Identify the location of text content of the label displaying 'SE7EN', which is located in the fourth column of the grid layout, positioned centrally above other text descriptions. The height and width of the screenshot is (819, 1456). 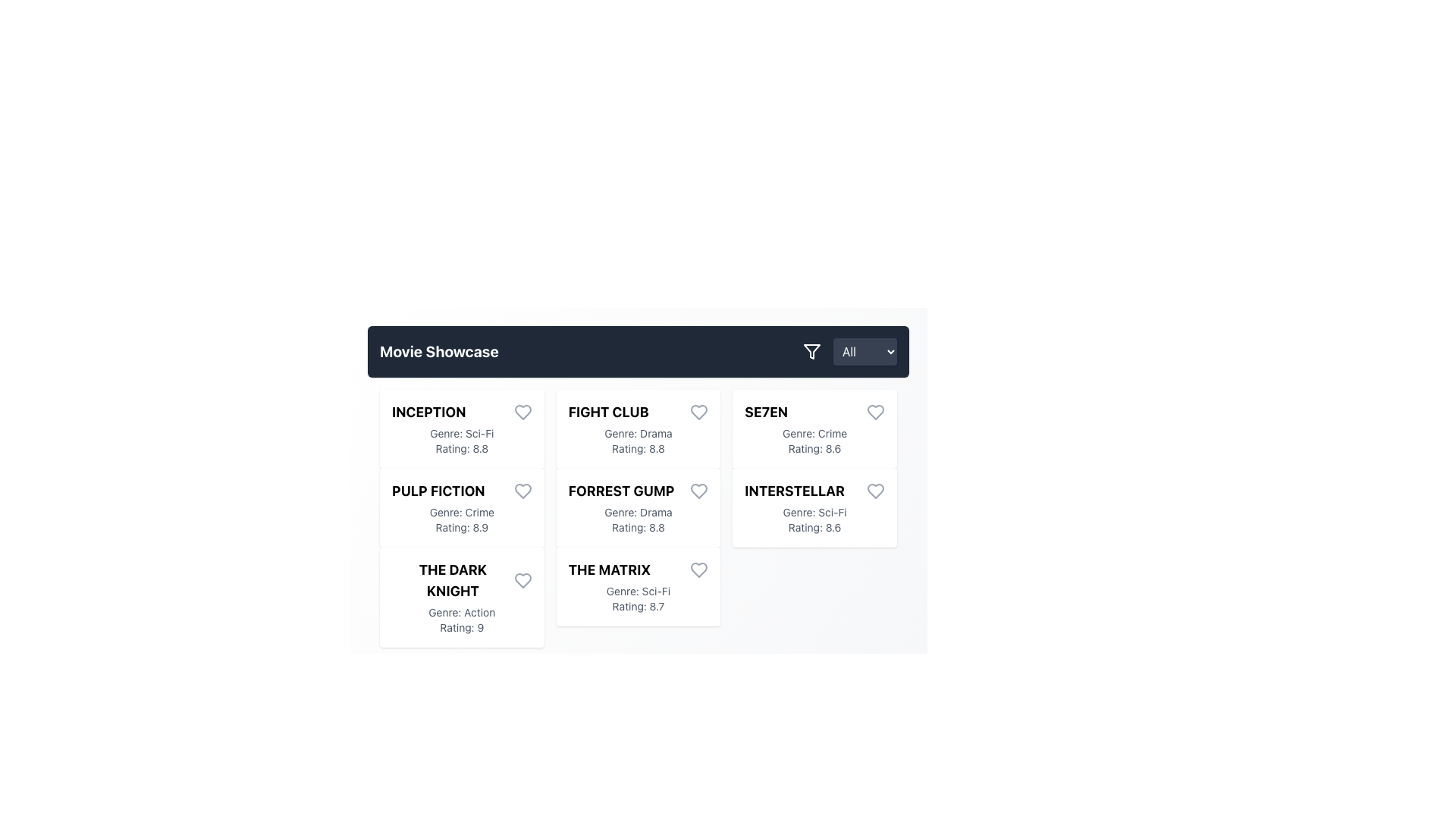
(766, 412).